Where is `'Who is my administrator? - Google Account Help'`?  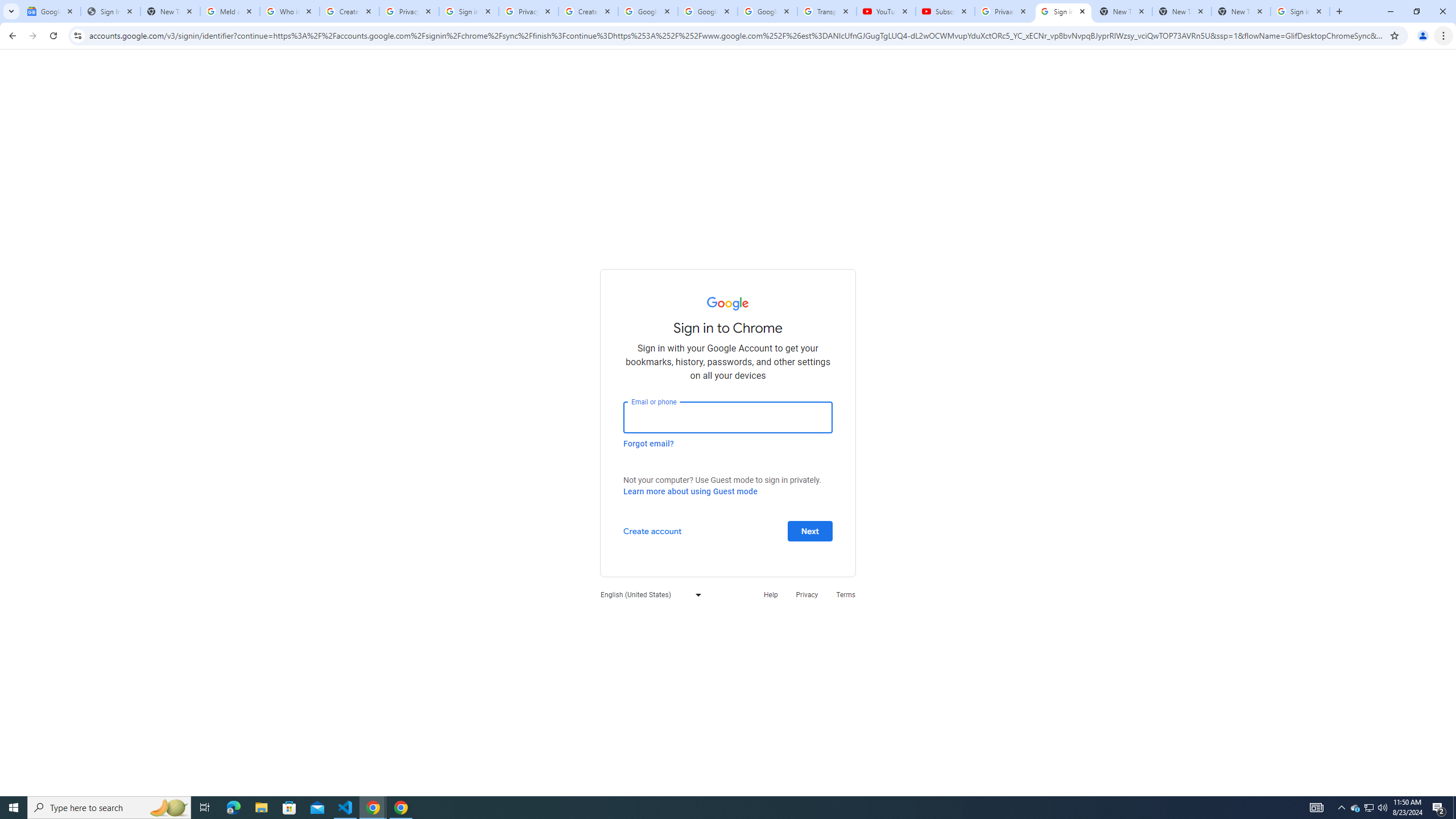 'Who is my administrator? - Google Account Help' is located at coordinates (289, 11).